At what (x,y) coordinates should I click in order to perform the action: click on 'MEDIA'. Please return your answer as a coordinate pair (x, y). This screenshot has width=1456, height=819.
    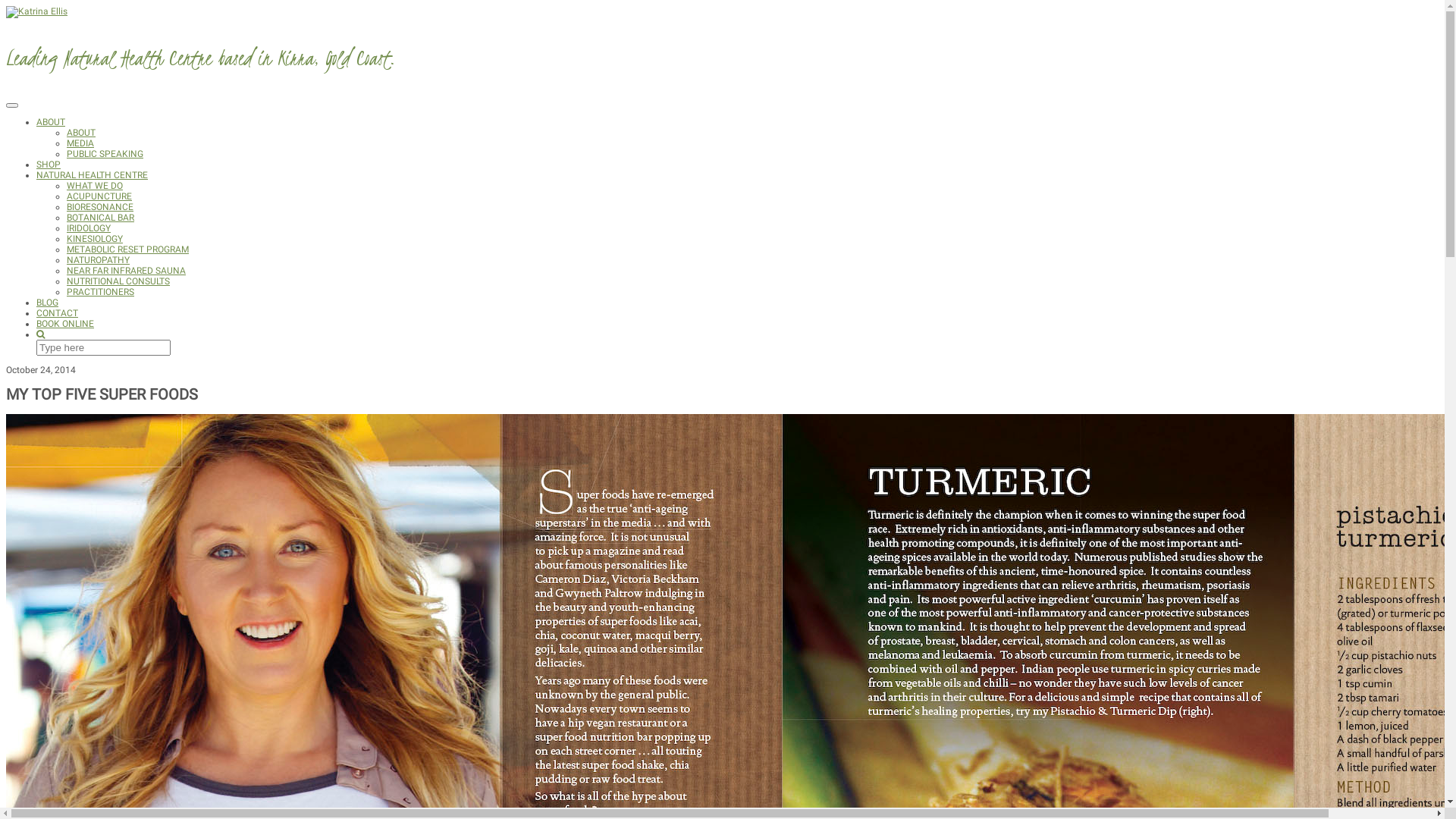
    Looking at the image, I should click on (65, 143).